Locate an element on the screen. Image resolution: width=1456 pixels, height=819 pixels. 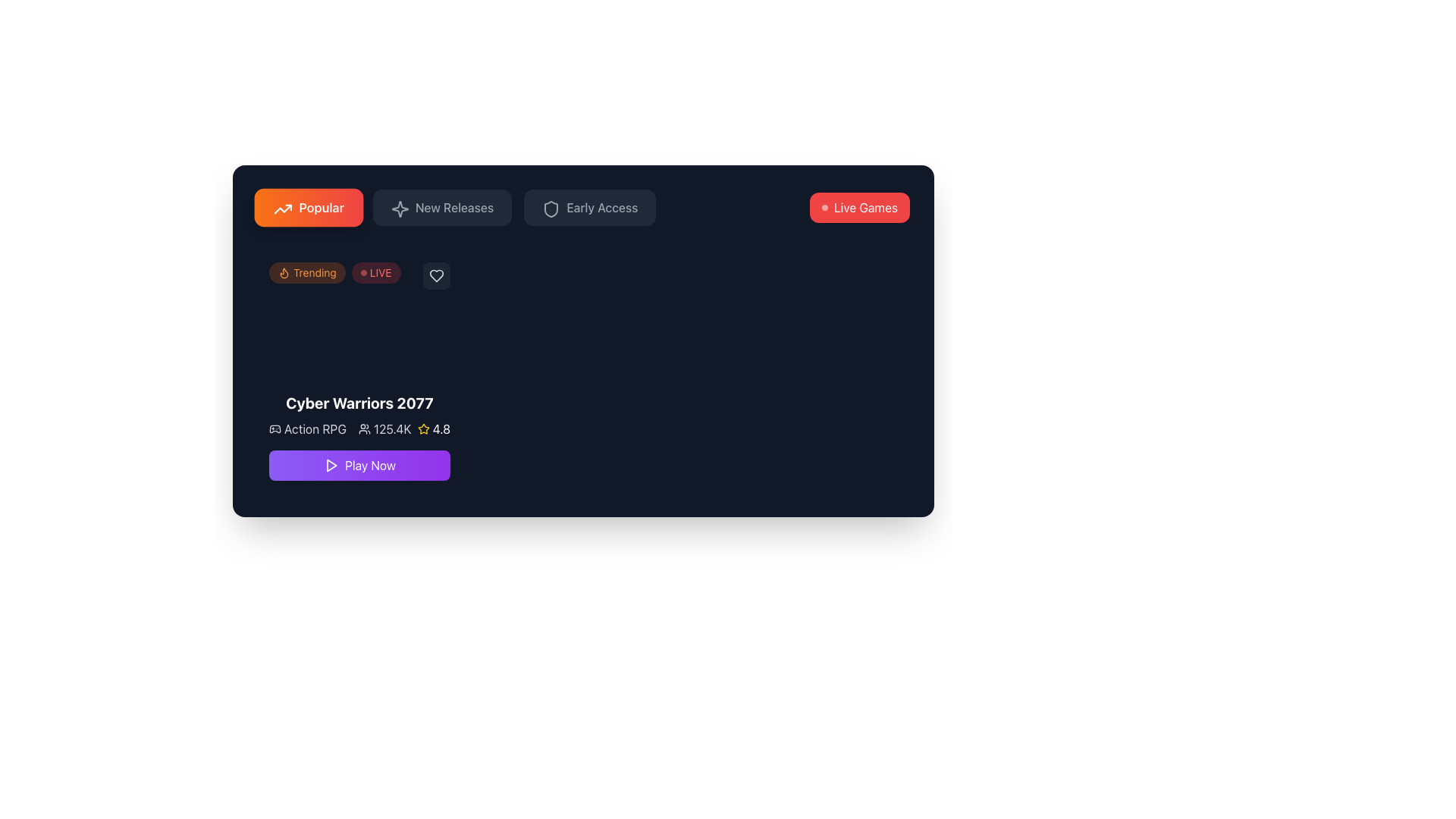
the 'Early Access' button on the navigation bar is located at coordinates (582, 207).